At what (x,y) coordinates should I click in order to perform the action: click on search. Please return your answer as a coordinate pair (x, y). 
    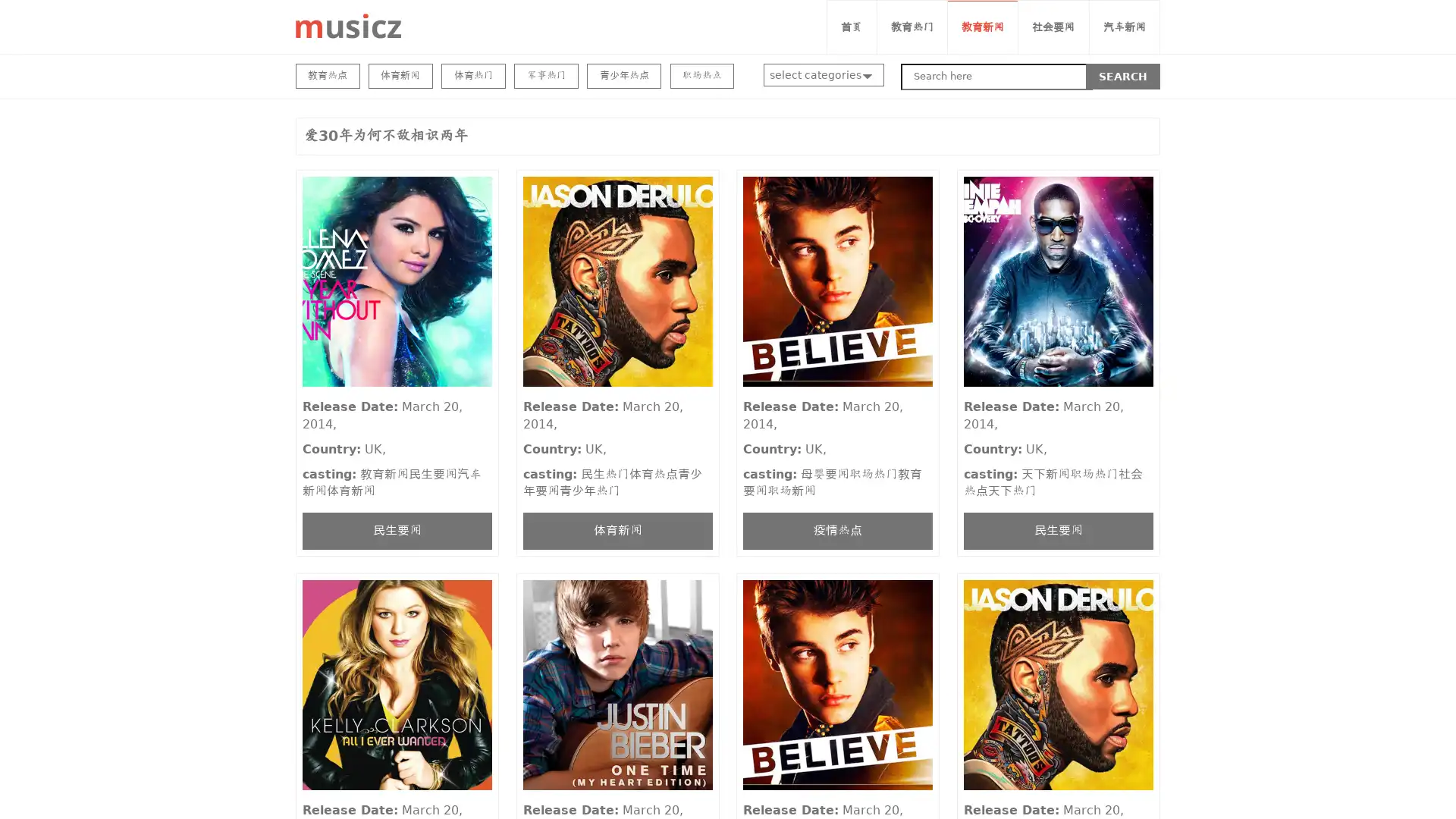
    Looking at the image, I should click on (1123, 76).